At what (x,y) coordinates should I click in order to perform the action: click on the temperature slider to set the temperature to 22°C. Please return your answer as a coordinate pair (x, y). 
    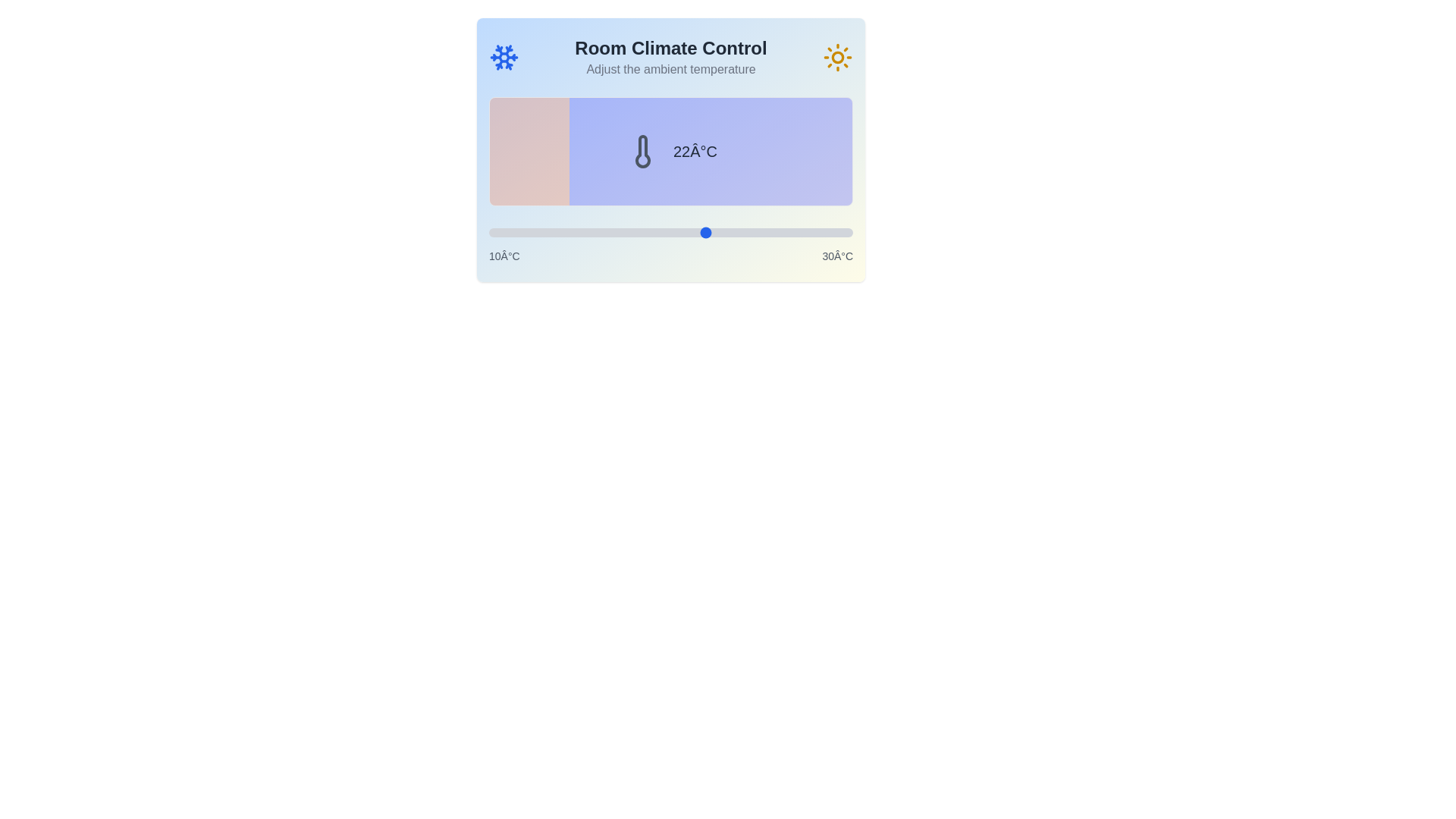
    Looking at the image, I should click on (706, 233).